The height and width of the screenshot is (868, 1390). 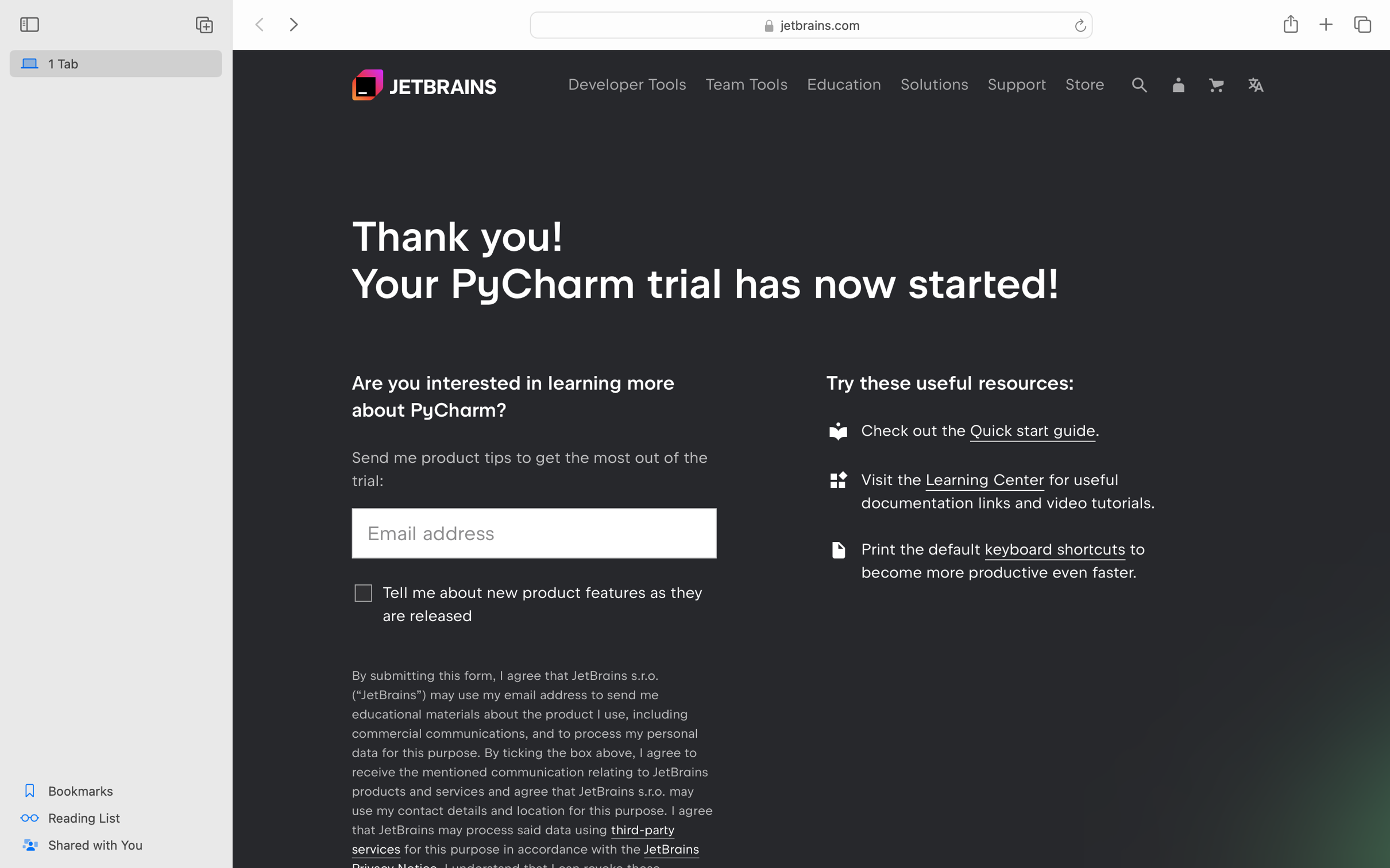 What do you see at coordinates (1003, 560) in the screenshot?
I see `'to become more productive even faster.'` at bounding box center [1003, 560].